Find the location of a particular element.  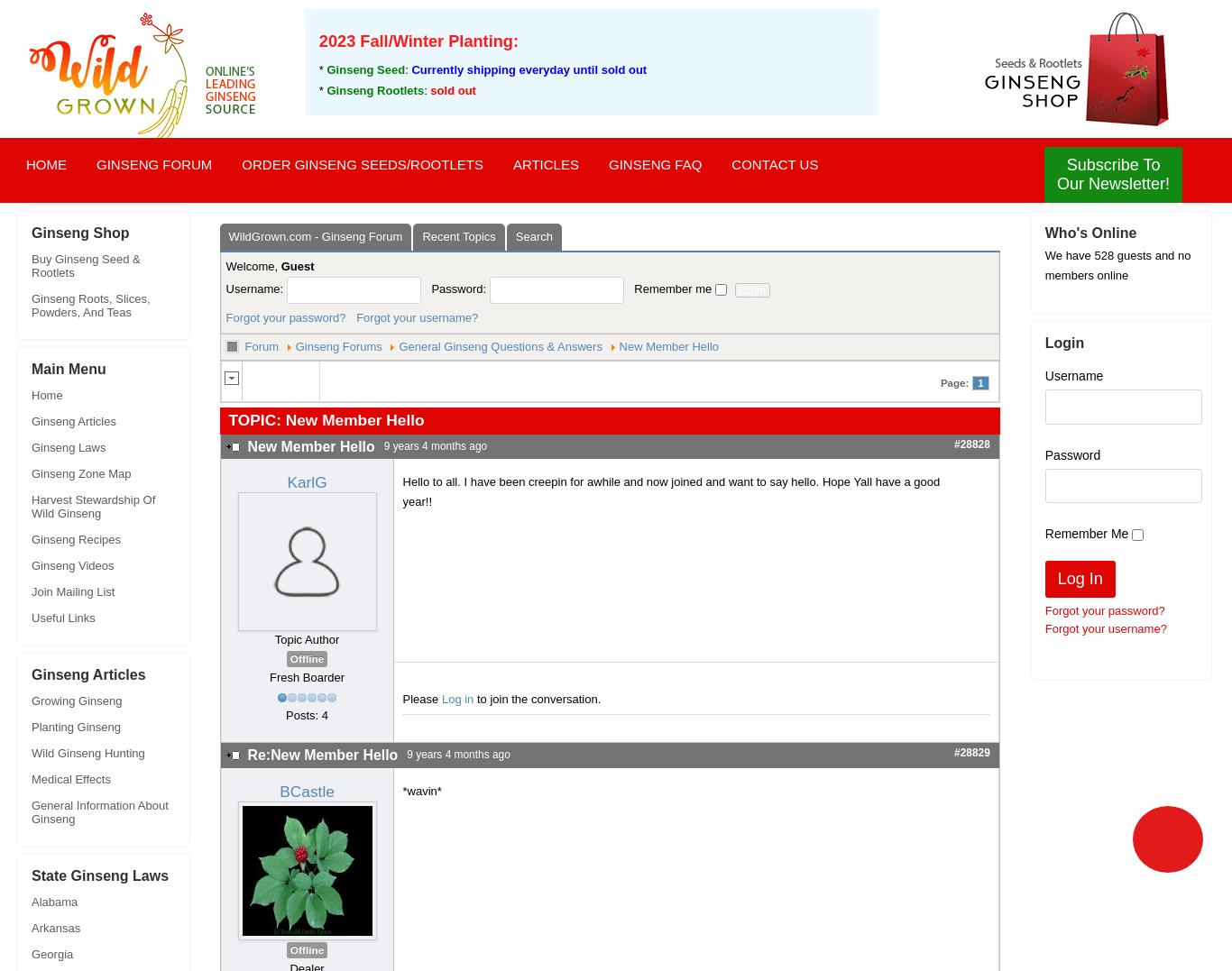

'KarlG' is located at coordinates (306, 481).